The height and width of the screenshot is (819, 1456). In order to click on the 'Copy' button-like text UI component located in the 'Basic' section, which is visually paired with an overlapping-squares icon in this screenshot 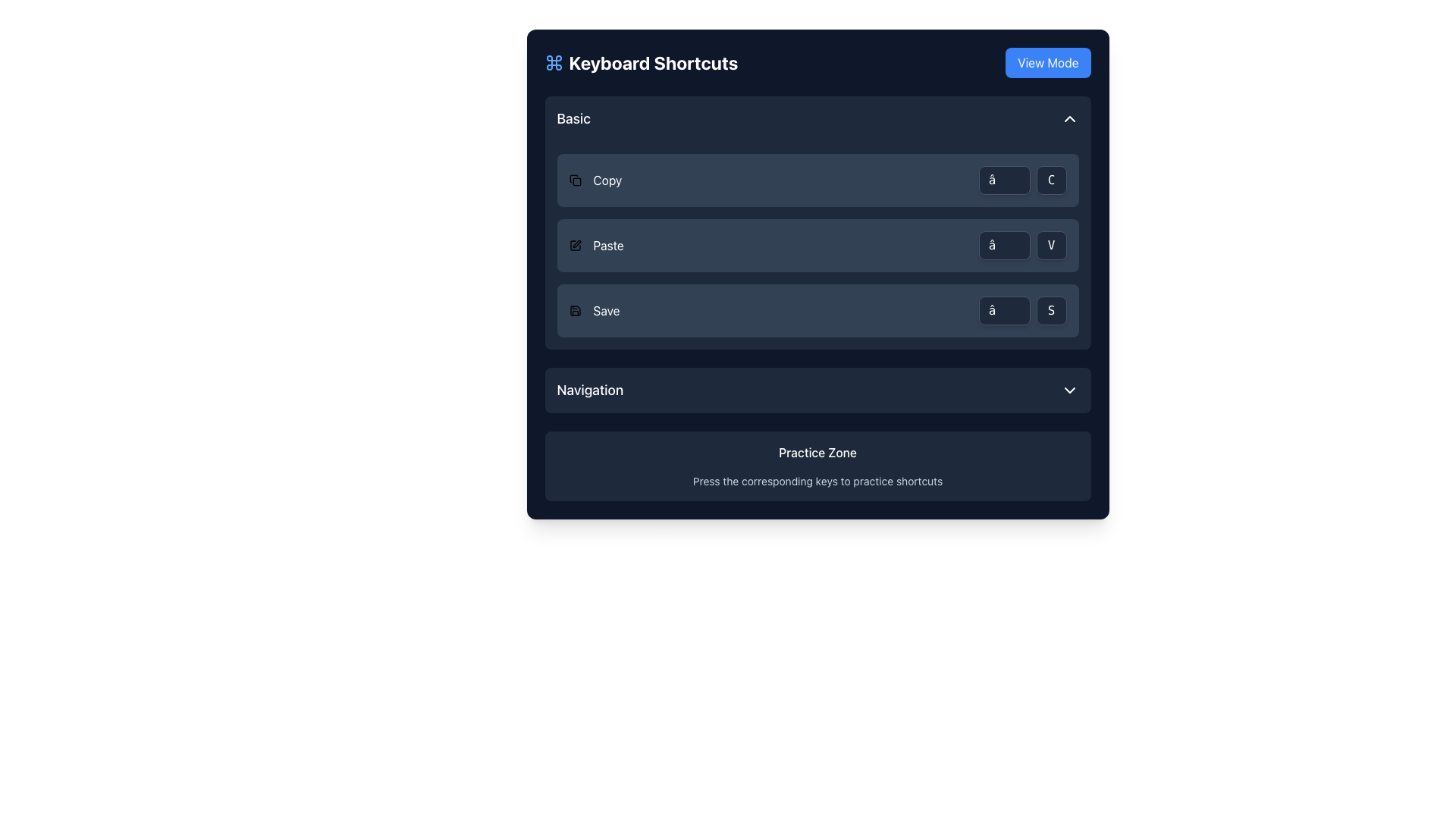, I will do `click(595, 180)`.